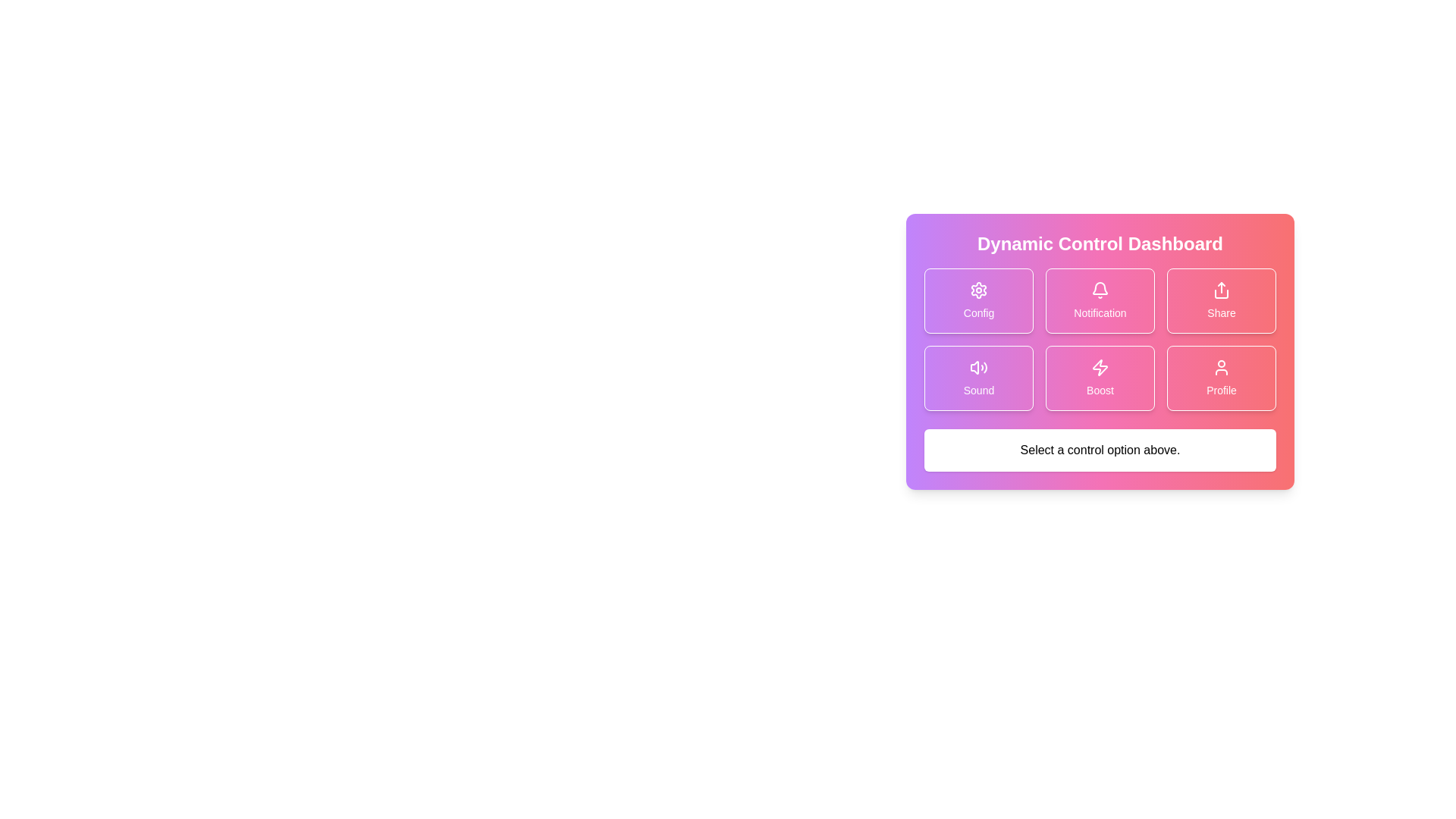 The height and width of the screenshot is (819, 1456). What do you see at coordinates (1222, 294) in the screenshot?
I see `the 'Share' button located in the top-right corner of the control dashboard interface` at bounding box center [1222, 294].